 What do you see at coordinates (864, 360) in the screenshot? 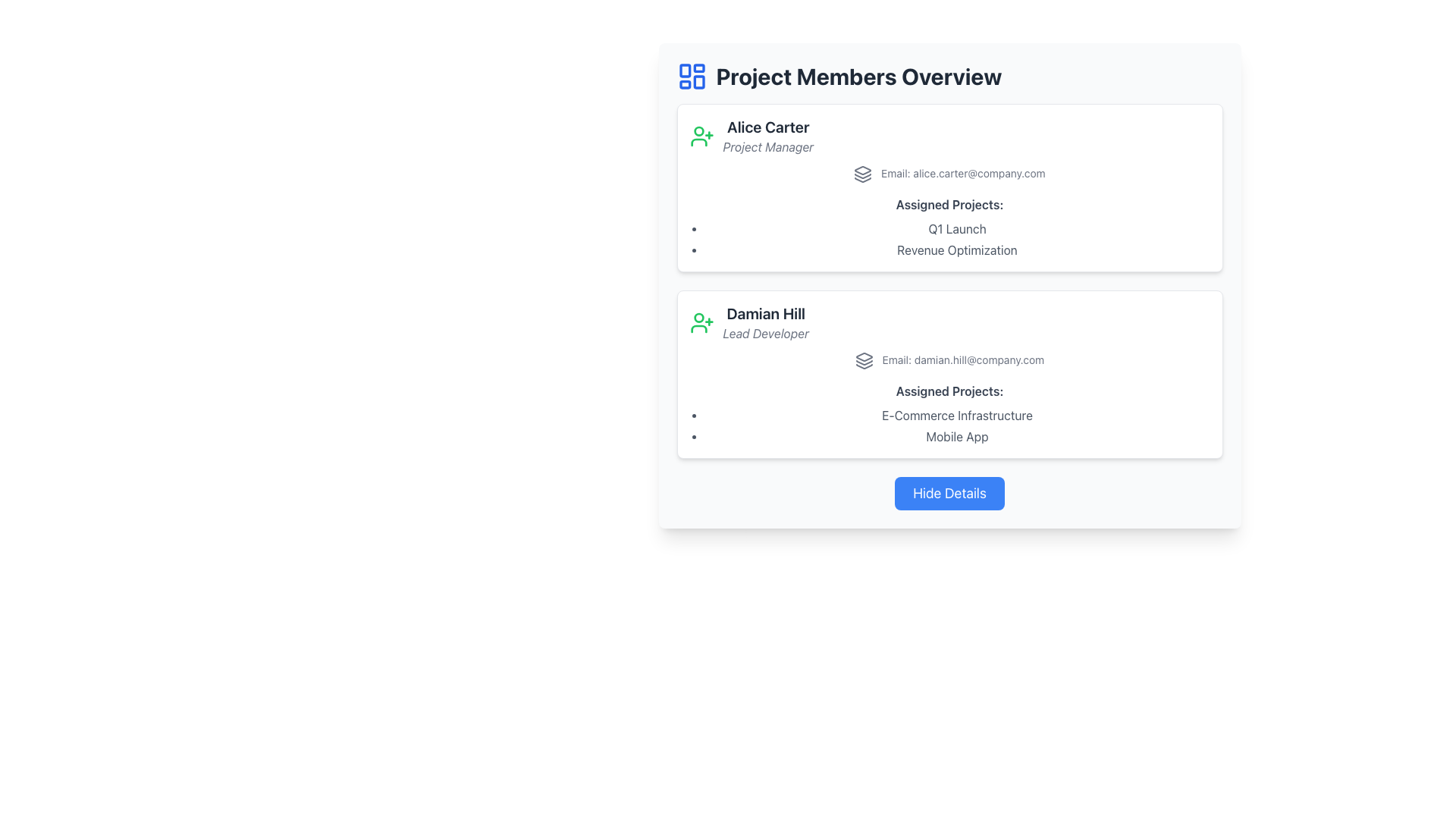
I see `the email icon representing 'Email: damian.hill@company.com' within the card for 'Damian Hill'` at bounding box center [864, 360].